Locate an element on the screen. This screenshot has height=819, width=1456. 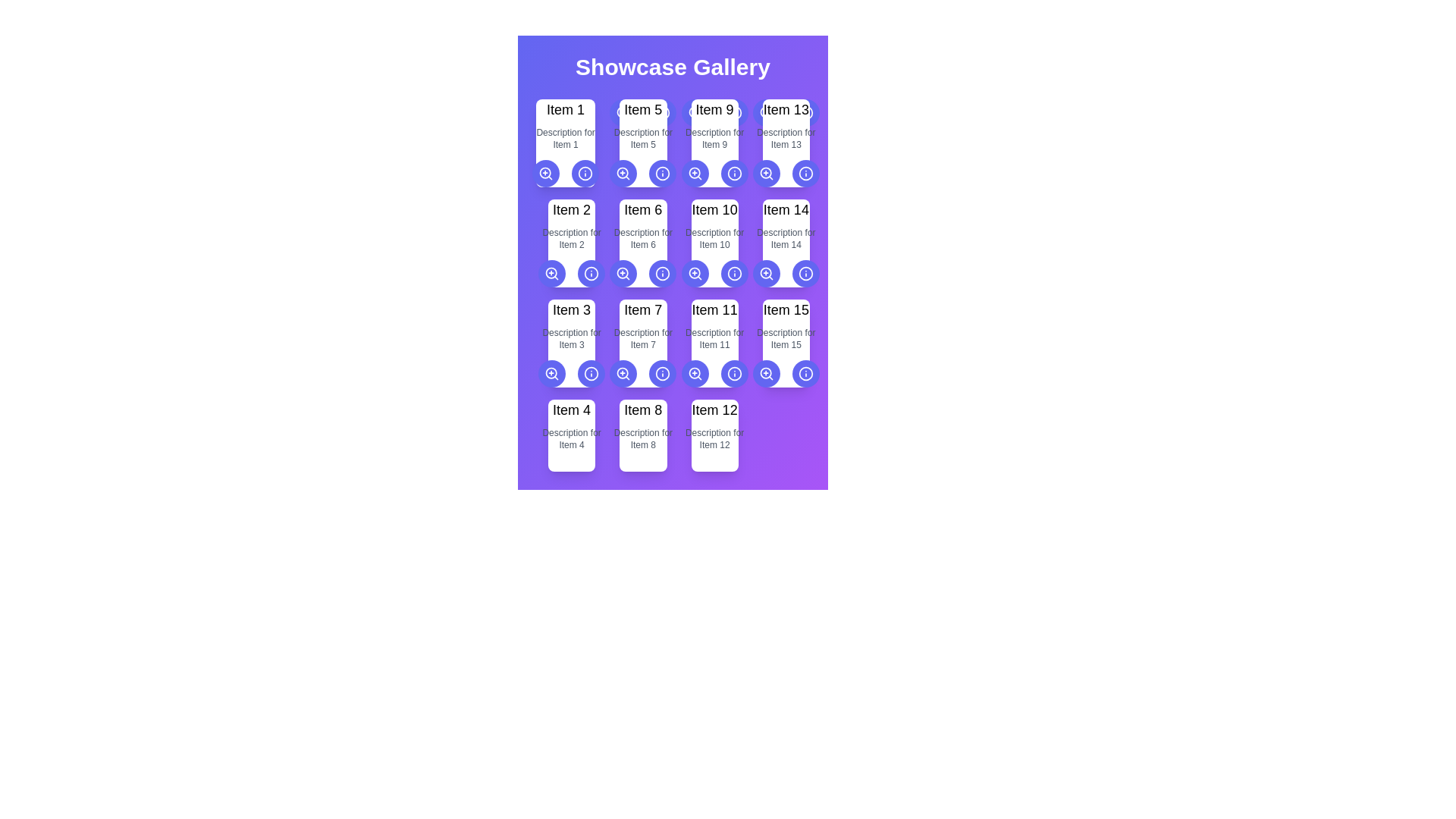
the central circle of the zoom-in icon, which is part of a larger SVG graphic, if it is interactive is located at coordinates (693, 273).